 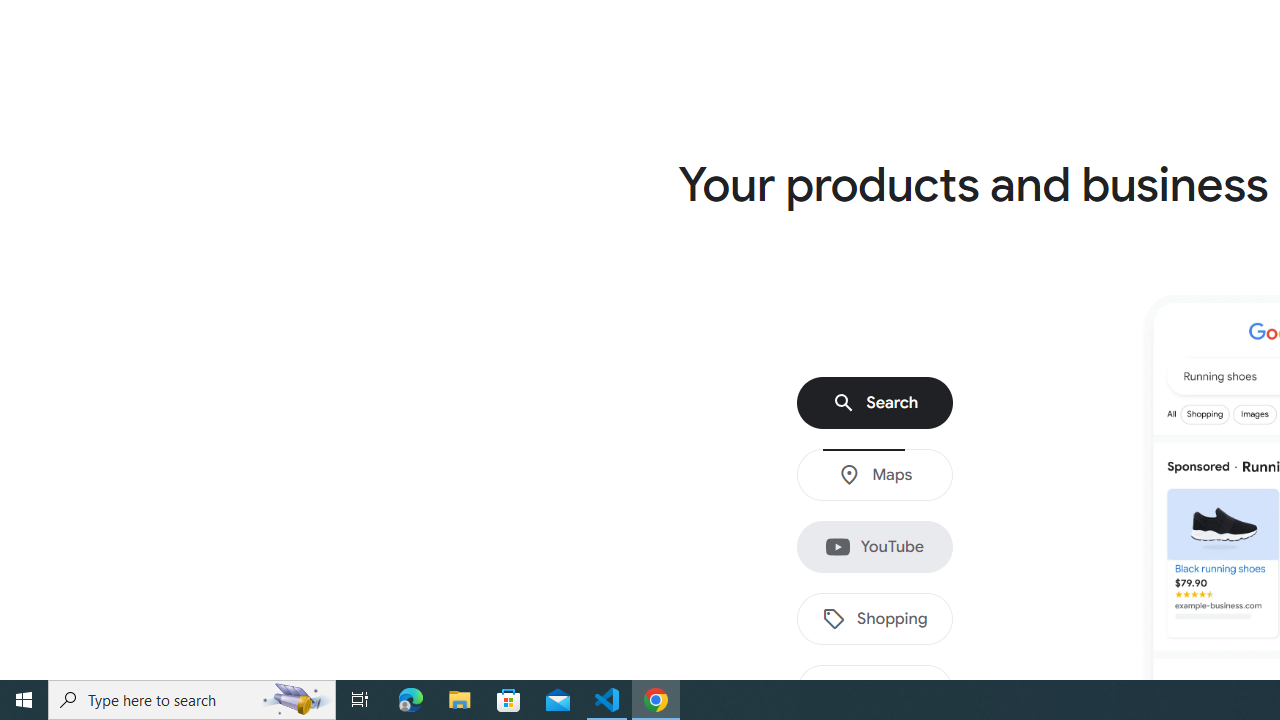 What do you see at coordinates (410, 698) in the screenshot?
I see `'Microsoft Edge'` at bounding box center [410, 698].